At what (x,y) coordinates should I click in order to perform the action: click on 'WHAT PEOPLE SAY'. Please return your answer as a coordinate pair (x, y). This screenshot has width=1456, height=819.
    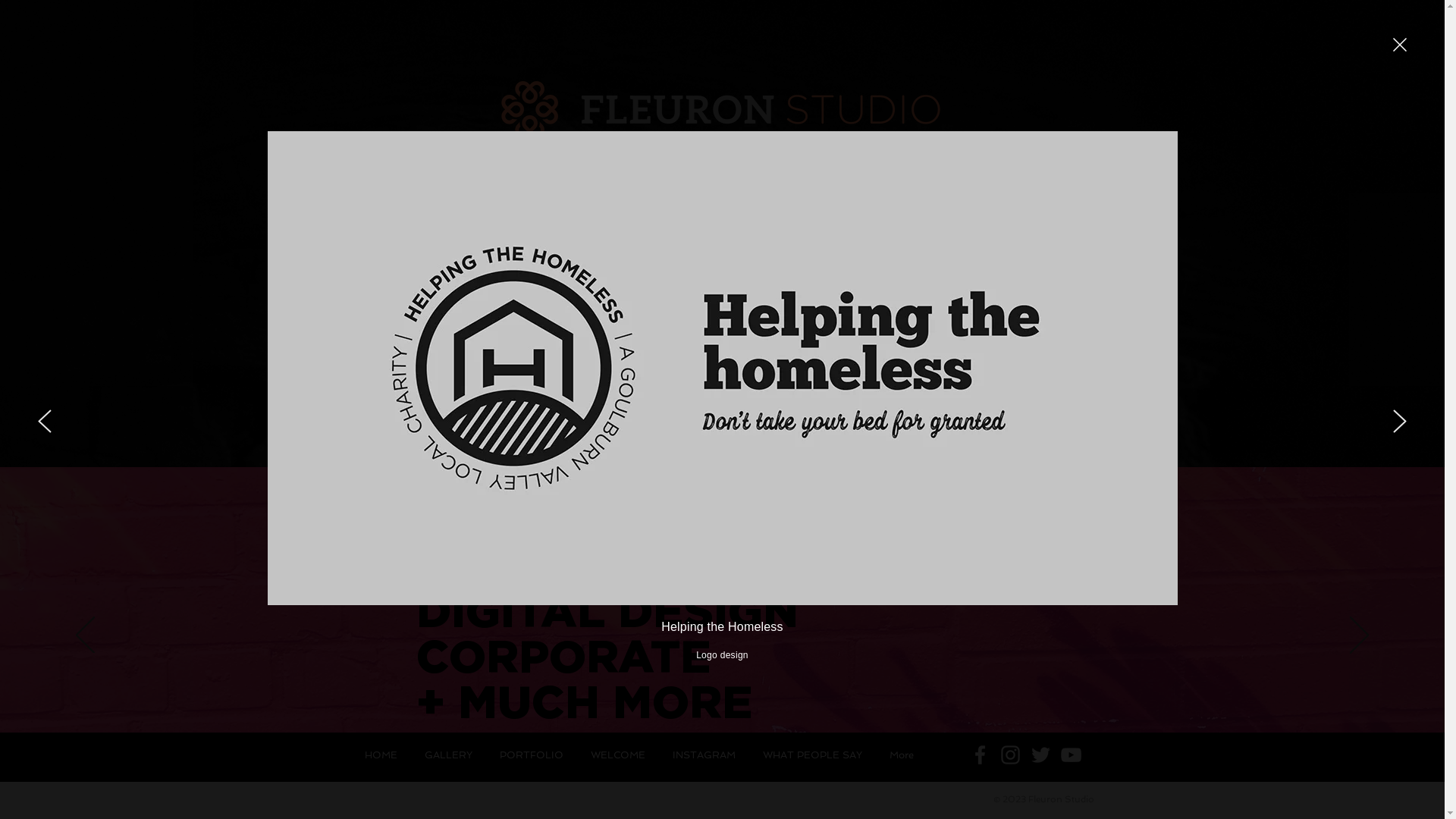
    Looking at the image, I should click on (811, 755).